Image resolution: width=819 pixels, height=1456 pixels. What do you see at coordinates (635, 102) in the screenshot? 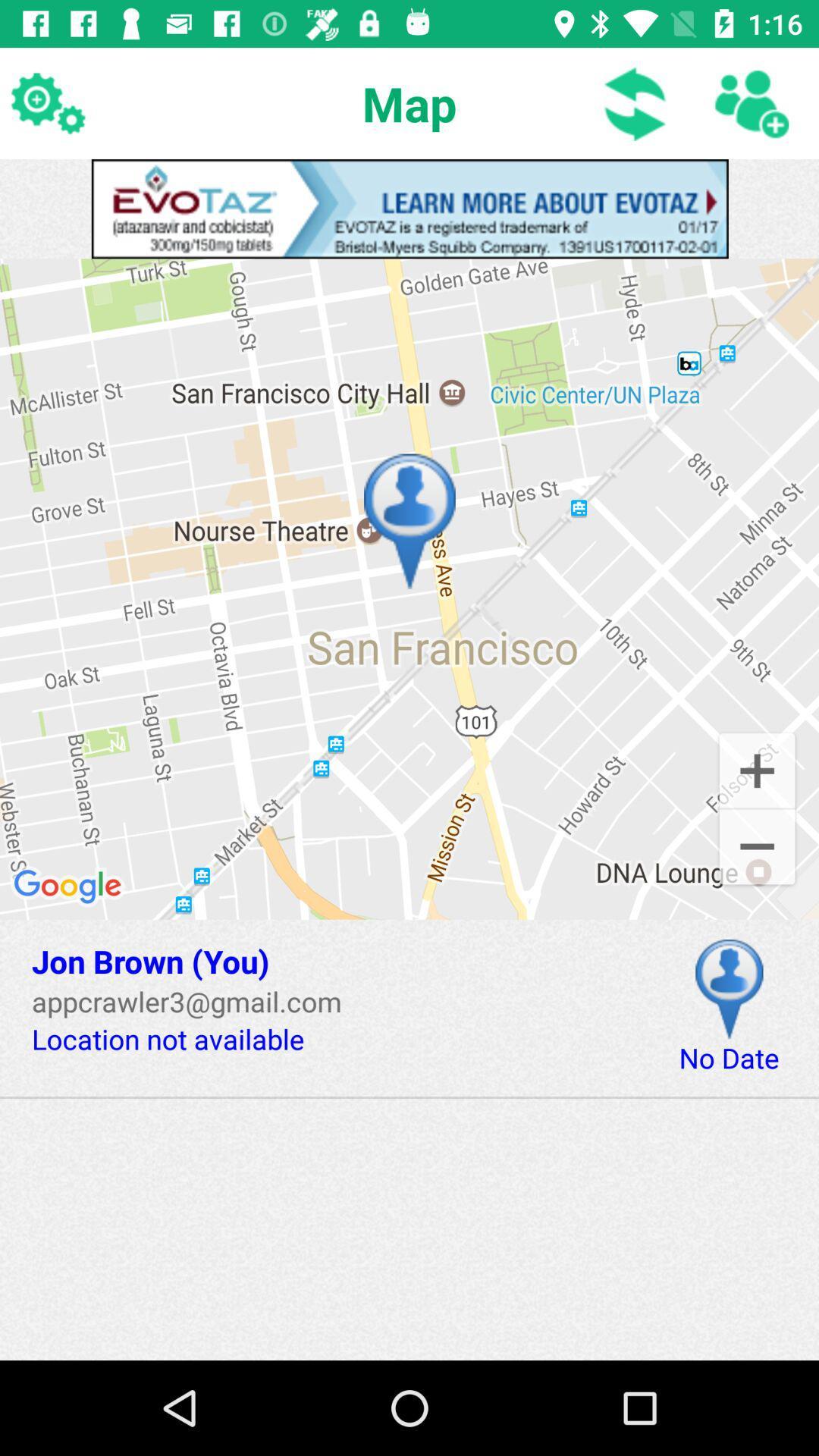
I see `refresh map` at bounding box center [635, 102].